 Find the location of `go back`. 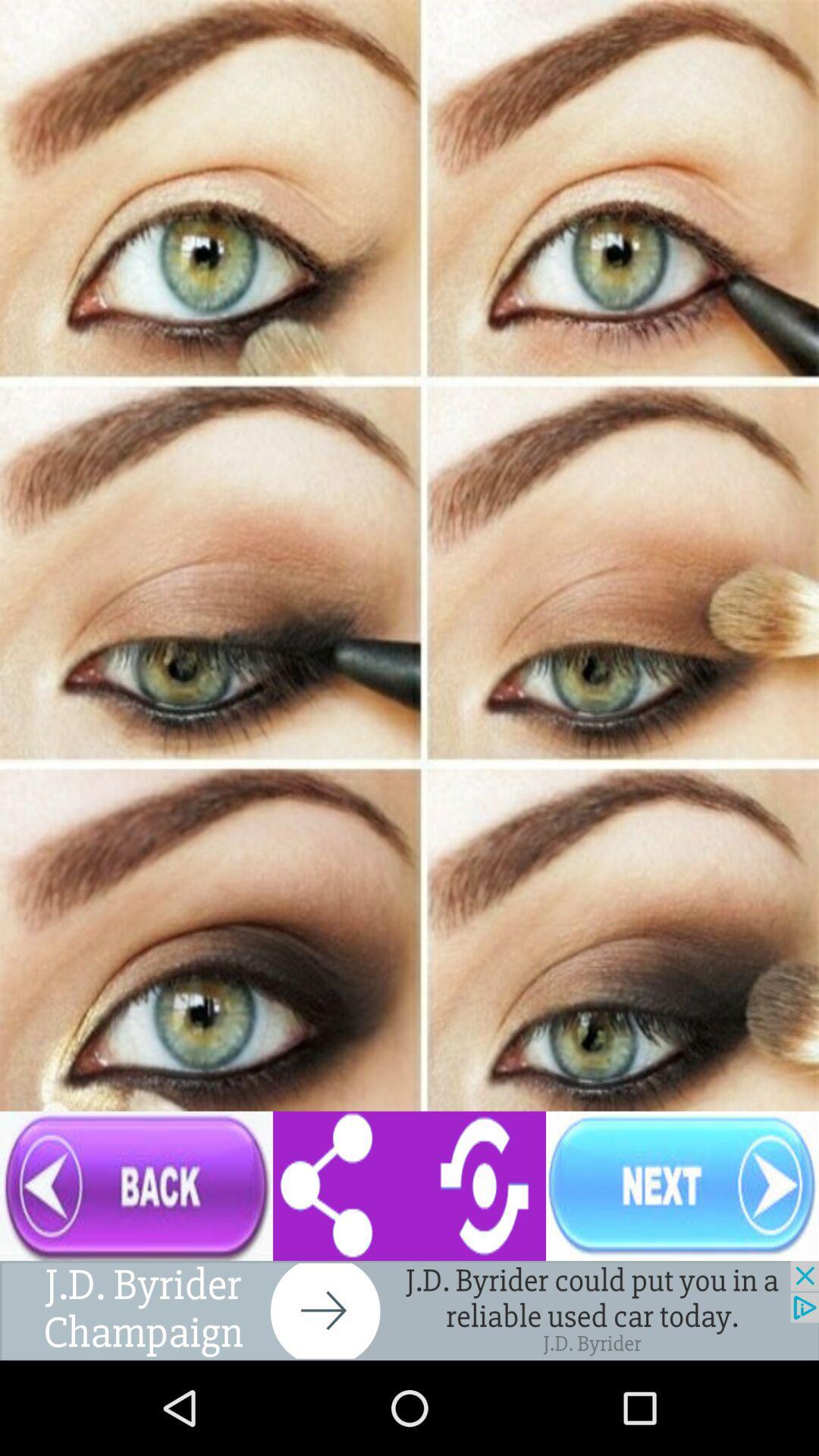

go back is located at coordinates (136, 1185).